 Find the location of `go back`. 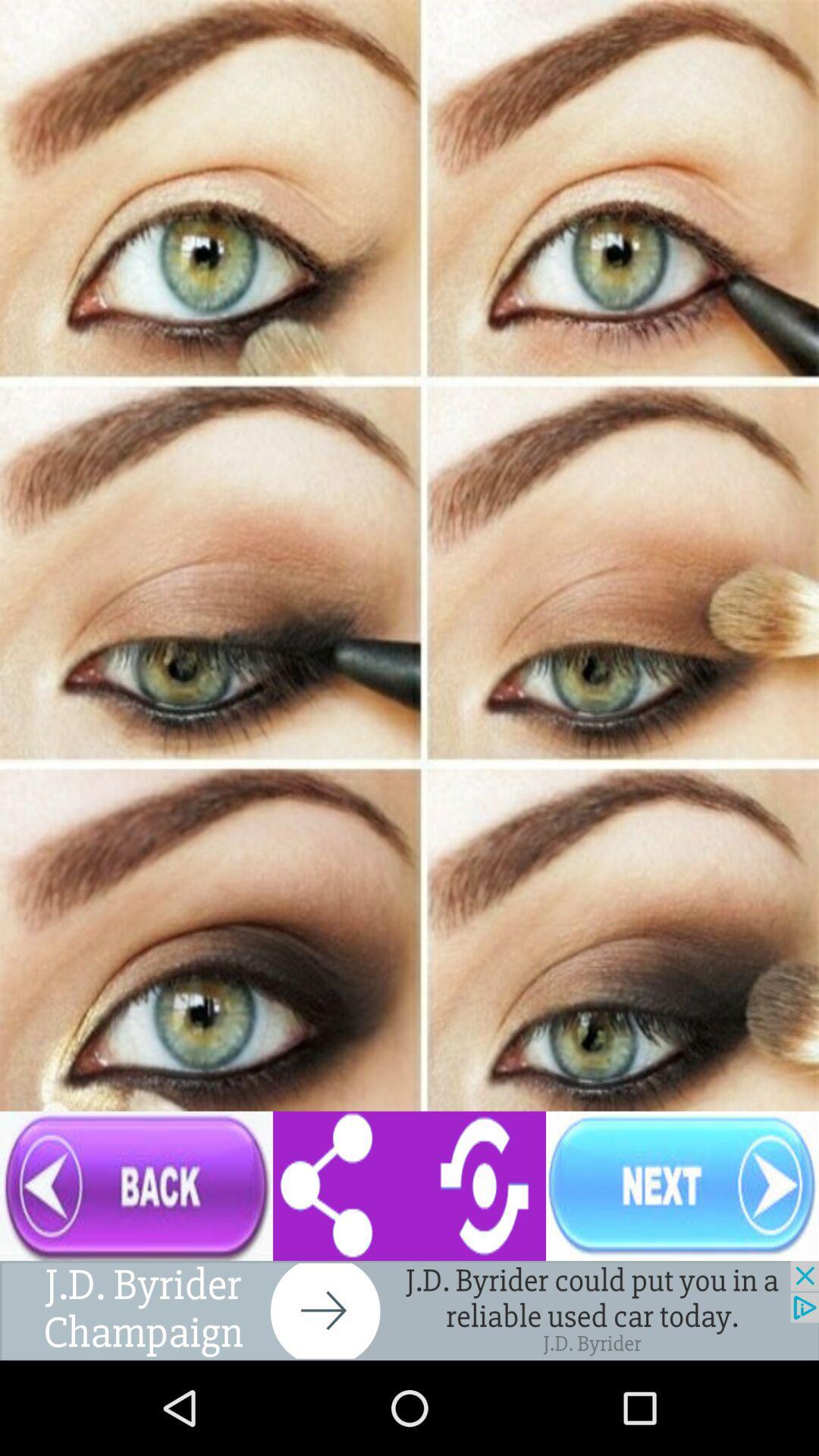

go back is located at coordinates (136, 1185).